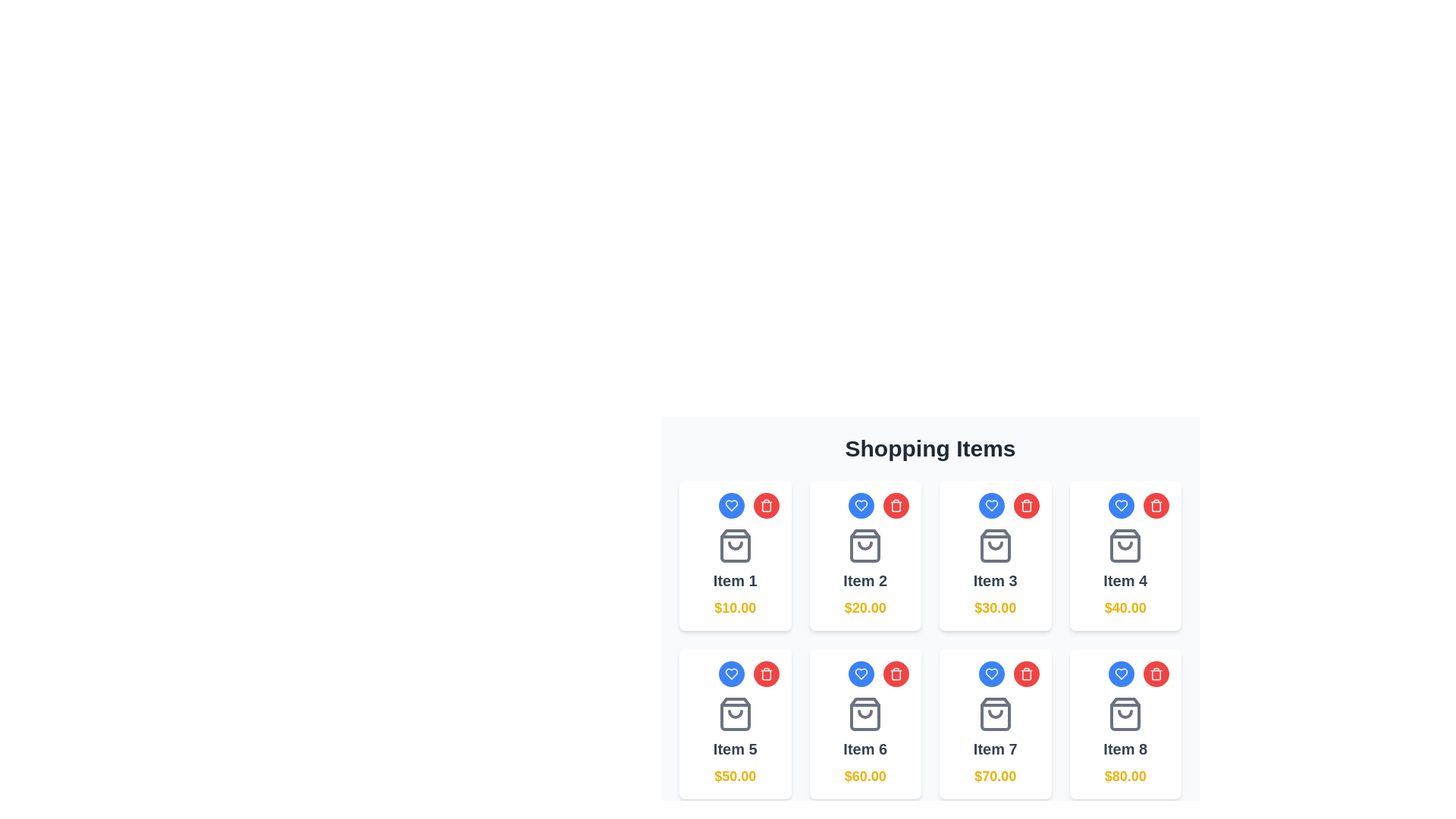 The height and width of the screenshot is (819, 1456). What do you see at coordinates (1125, 748) in the screenshot?
I see `the Text heading displaying the product name in the 'Item 8' block, located above the price label in the shopping list interface` at bounding box center [1125, 748].